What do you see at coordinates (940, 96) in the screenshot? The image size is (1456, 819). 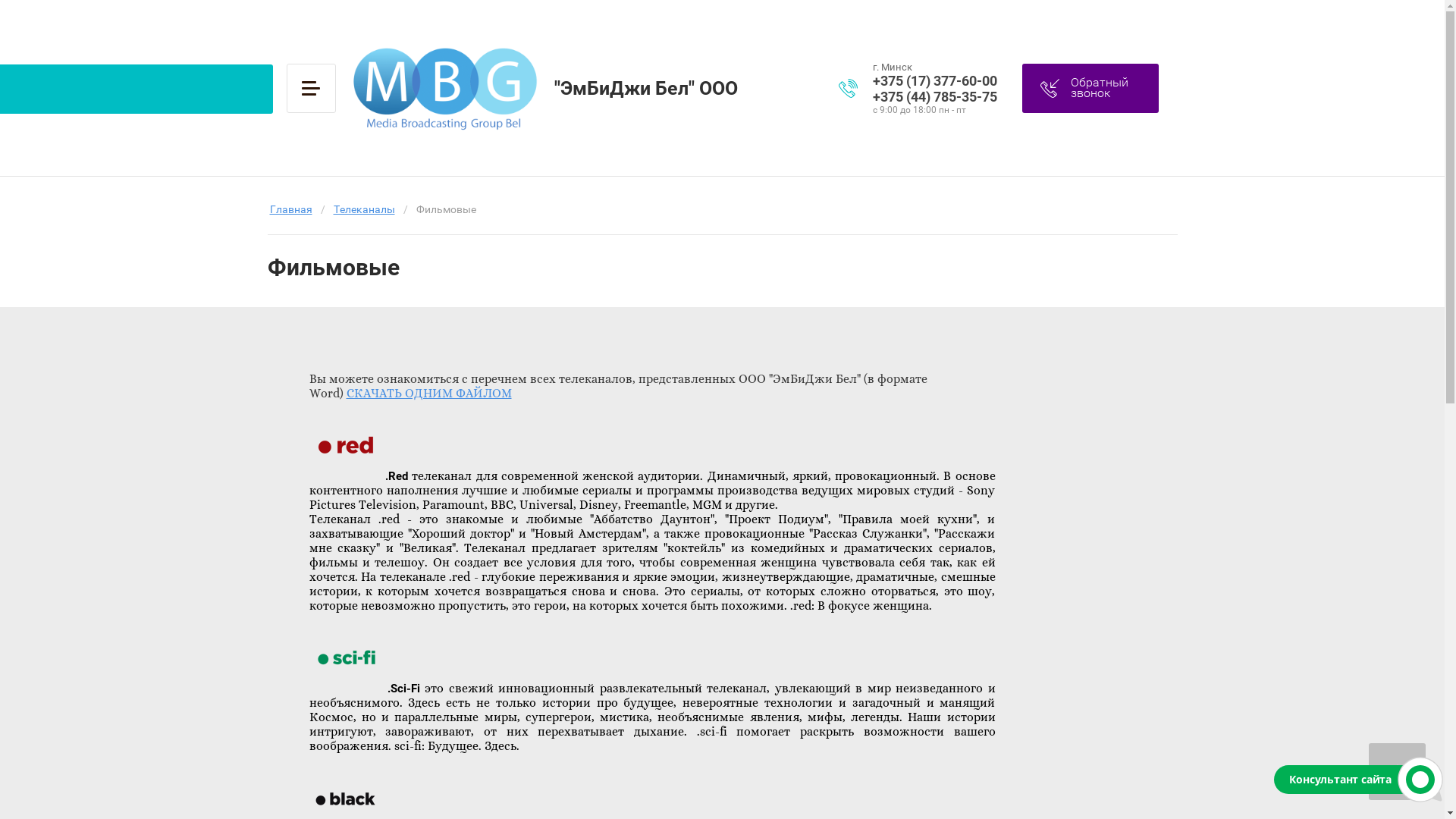 I see `'+375 (44) 785-35-75'` at bounding box center [940, 96].